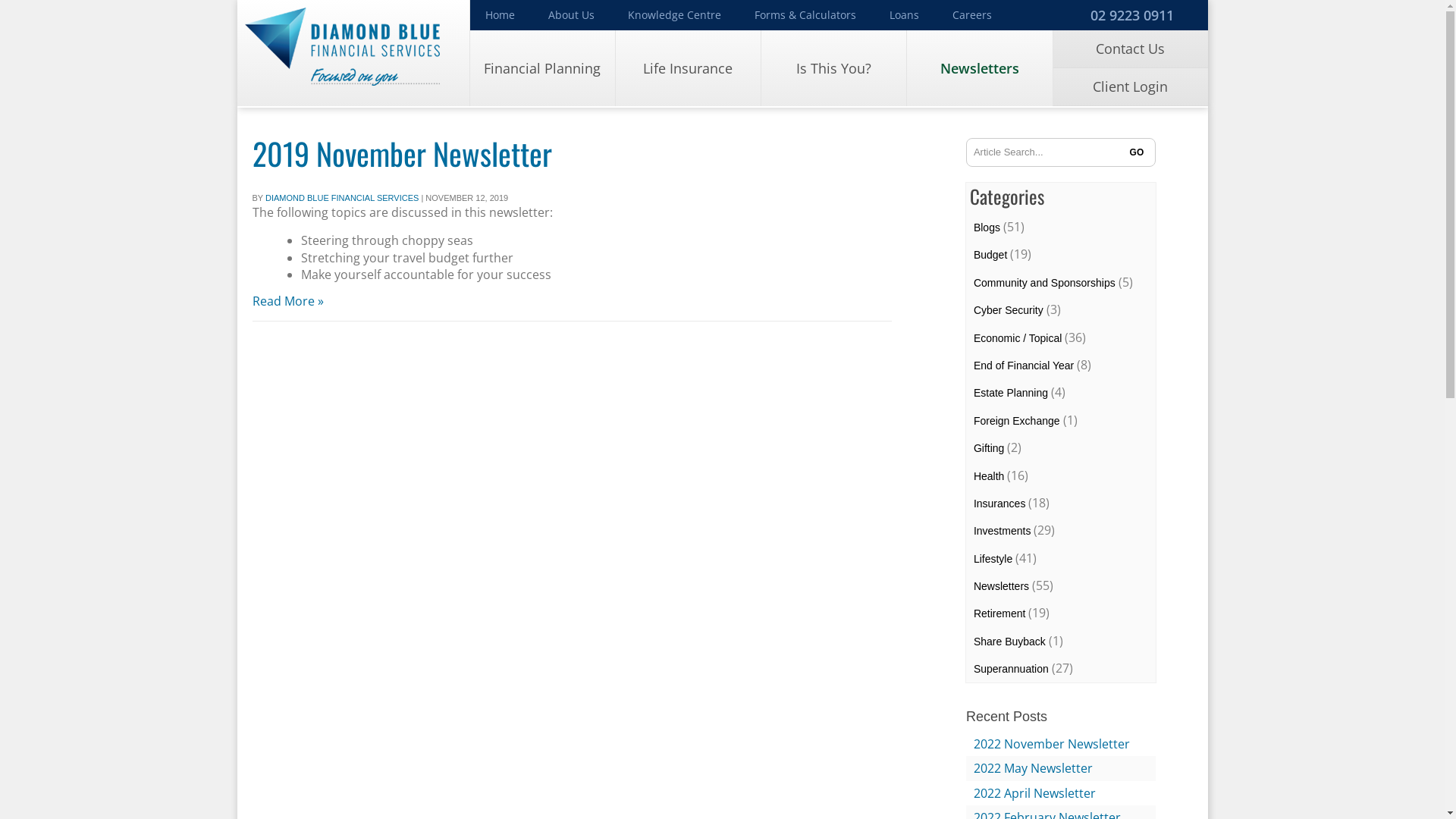  What do you see at coordinates (989, 447) in the screenshot?
I see `'Gifting'` at bounding box center [989, 447].